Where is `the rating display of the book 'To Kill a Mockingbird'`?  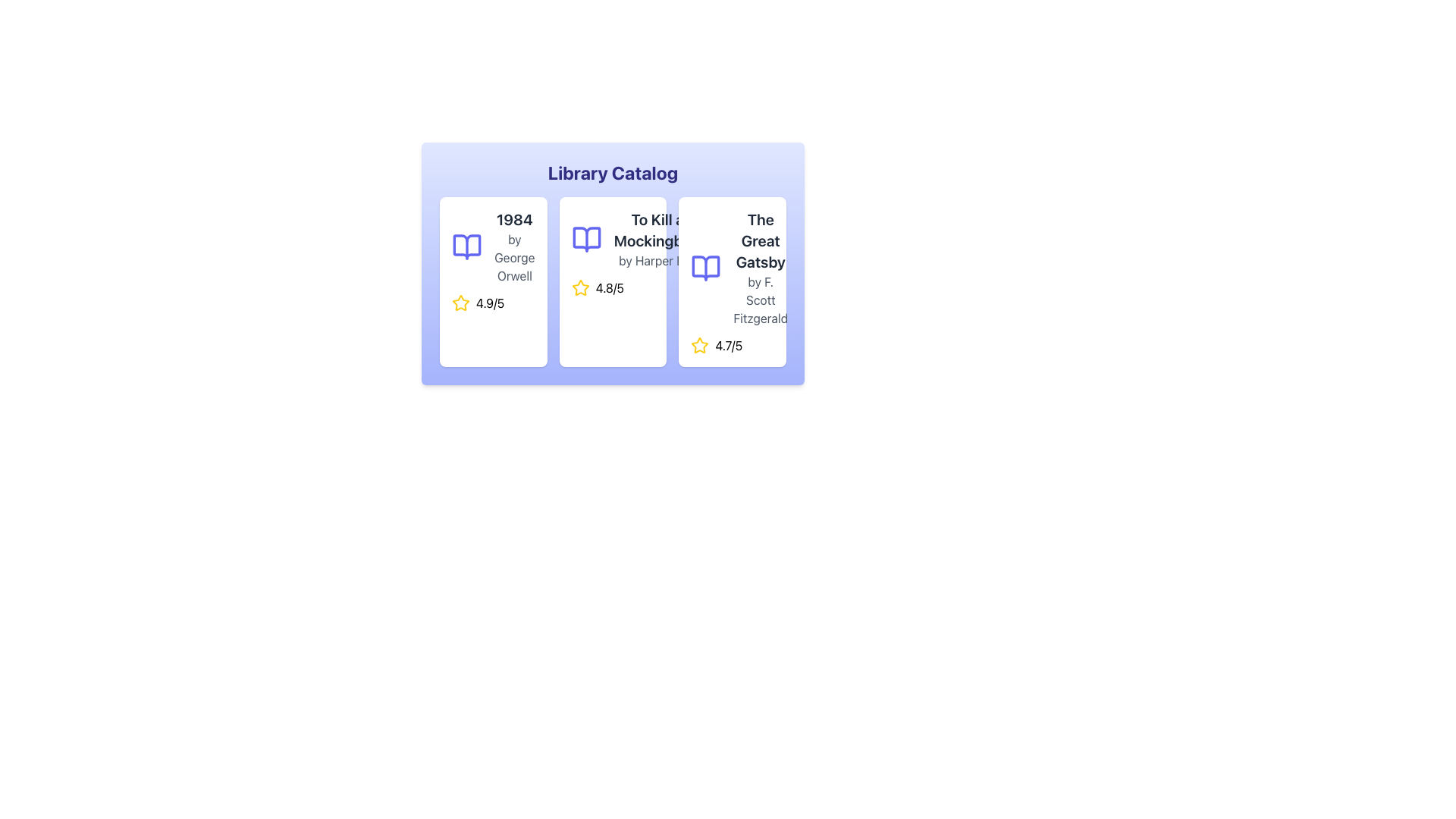
the rating display of the book 'To Kill a Mockingbird' is located at coordinates (613, 288).